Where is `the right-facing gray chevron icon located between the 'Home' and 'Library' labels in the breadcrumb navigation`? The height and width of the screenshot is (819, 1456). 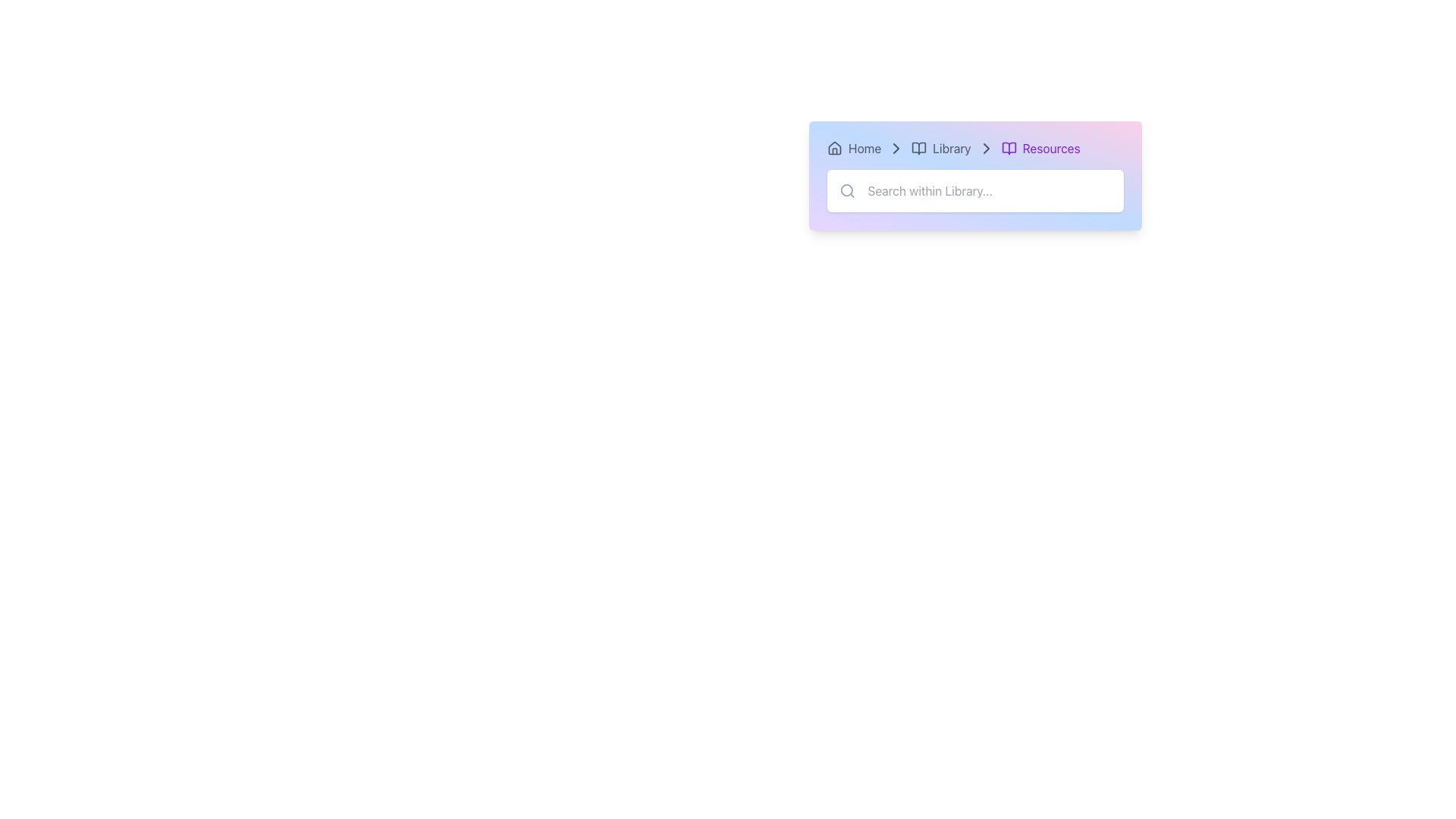
the right-facing gray chevron icon located between the 'Home' and 'Library' labels in the breadcrumb navigation is located at coordinates (896, 149).